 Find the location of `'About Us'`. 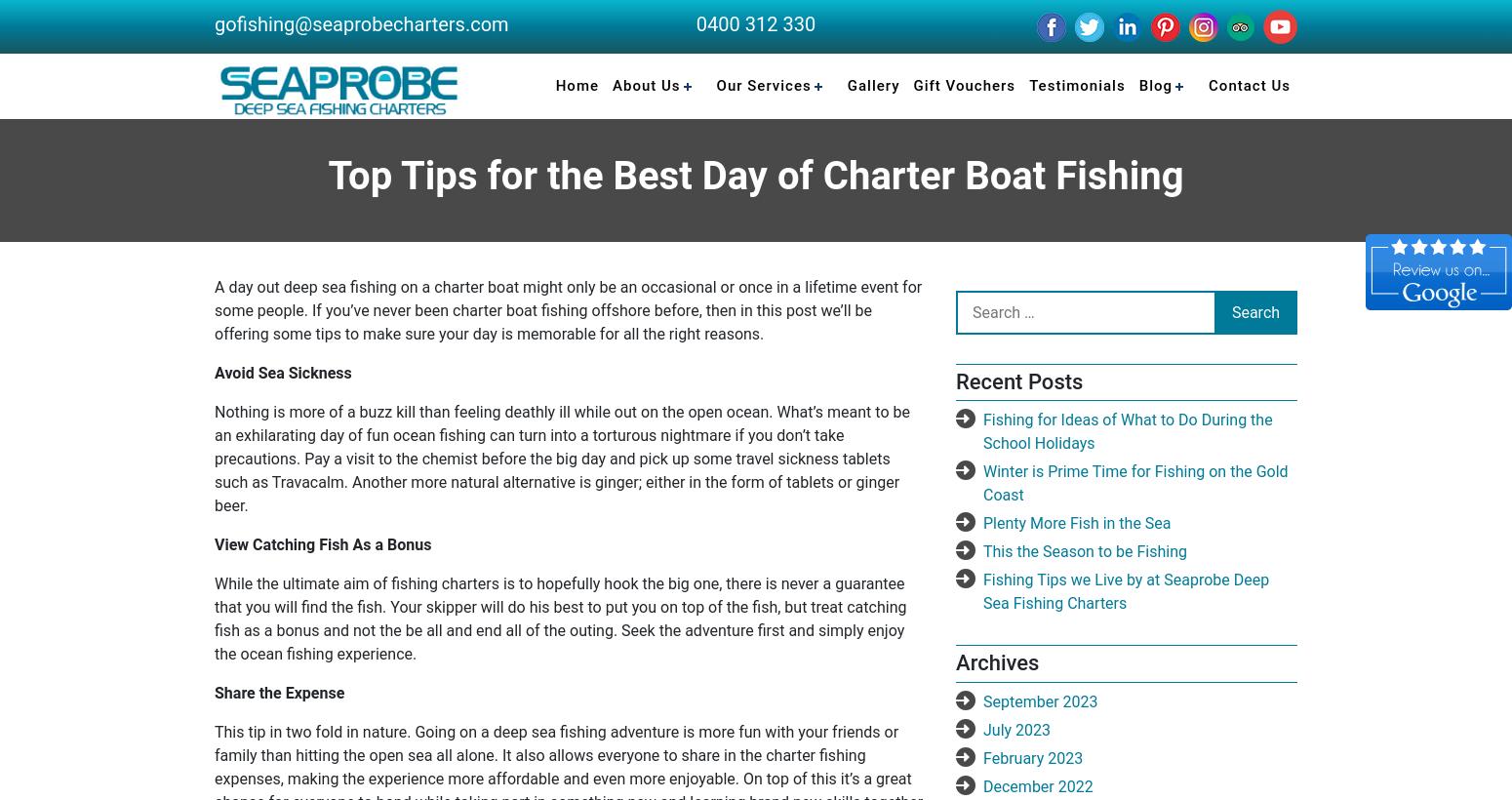

'About Us' is located at coordinates (612, 85).